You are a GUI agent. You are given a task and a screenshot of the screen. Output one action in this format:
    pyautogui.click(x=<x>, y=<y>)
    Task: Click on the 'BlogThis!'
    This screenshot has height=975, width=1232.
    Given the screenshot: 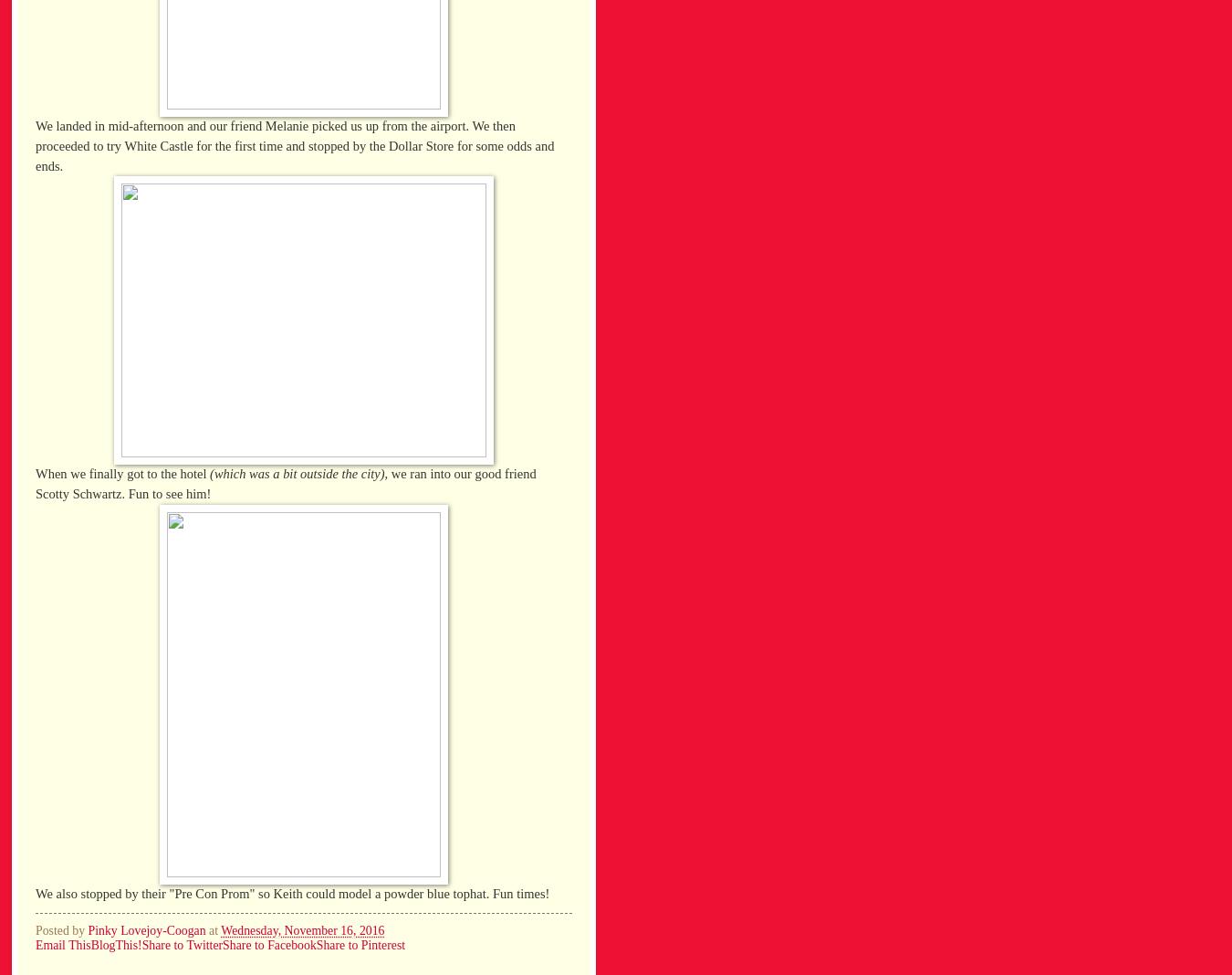 What is the action you would take?
    pyautogui.click(x=116, y=945)
    